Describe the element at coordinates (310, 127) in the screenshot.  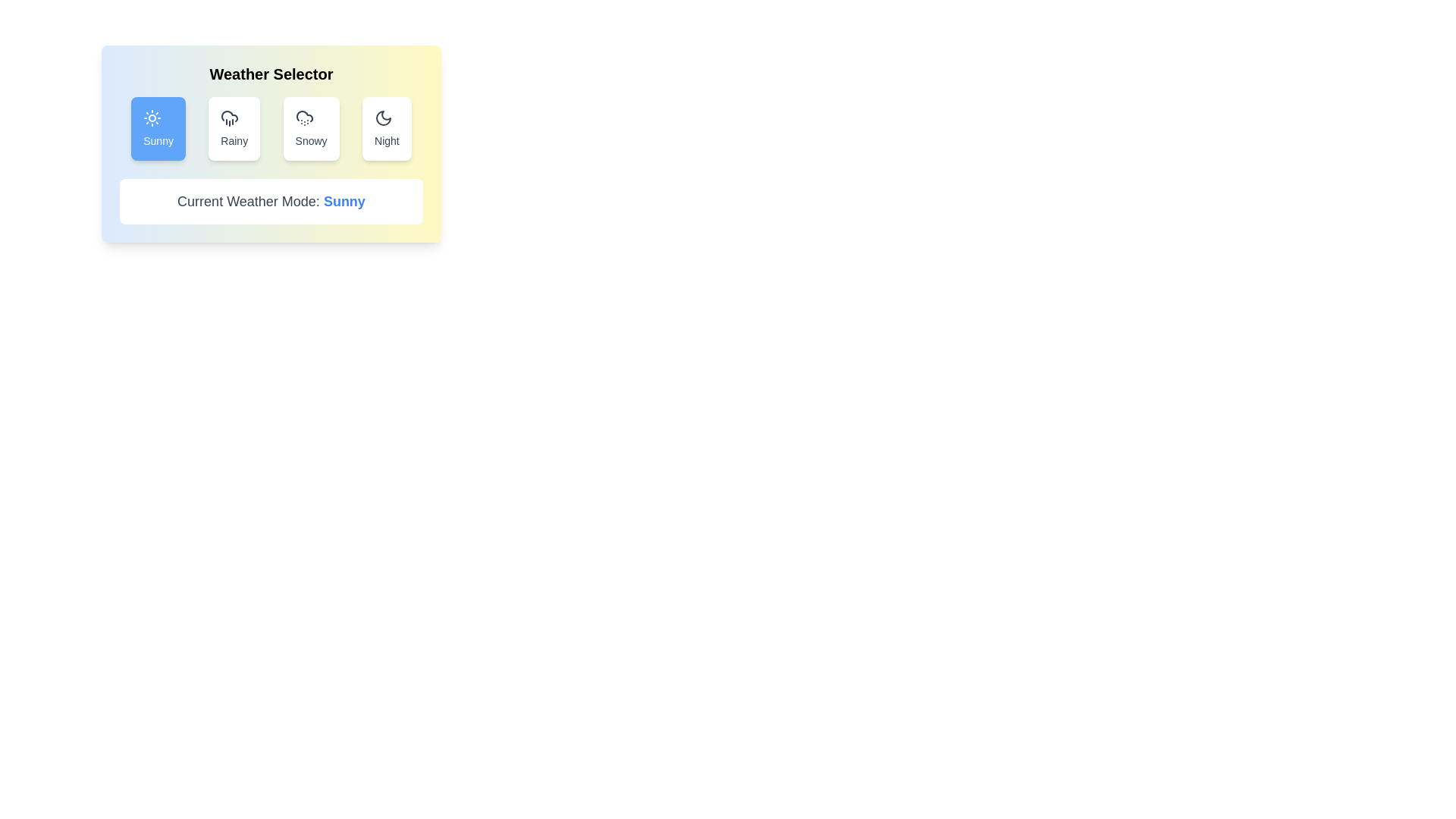
I see `the button corresponding to the weather option Snowy` at that location.